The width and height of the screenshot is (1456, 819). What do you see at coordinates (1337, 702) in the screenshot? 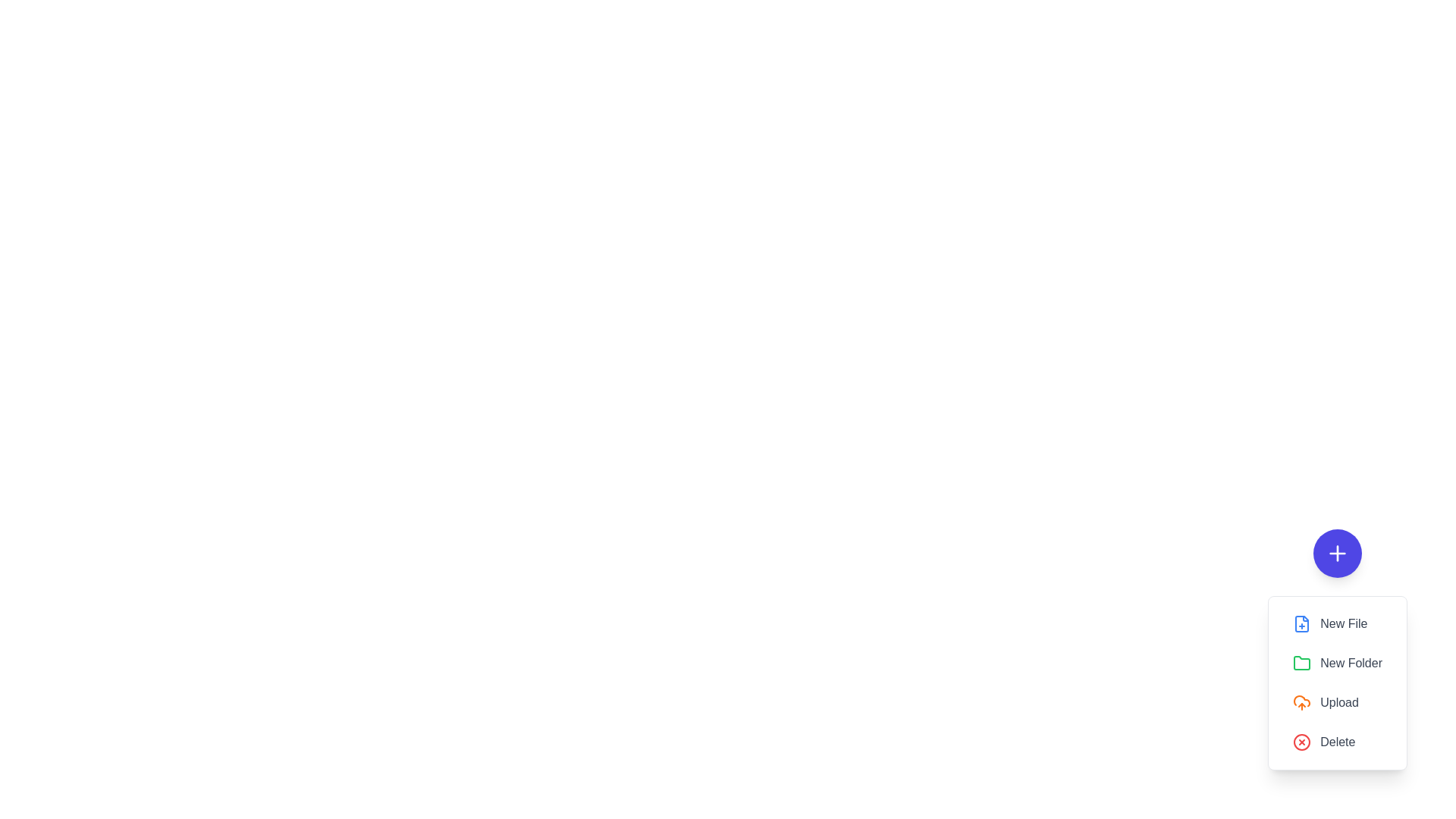
I see `the 'Upload' button in the speed dial menu` at bounding box center [1337, 702].